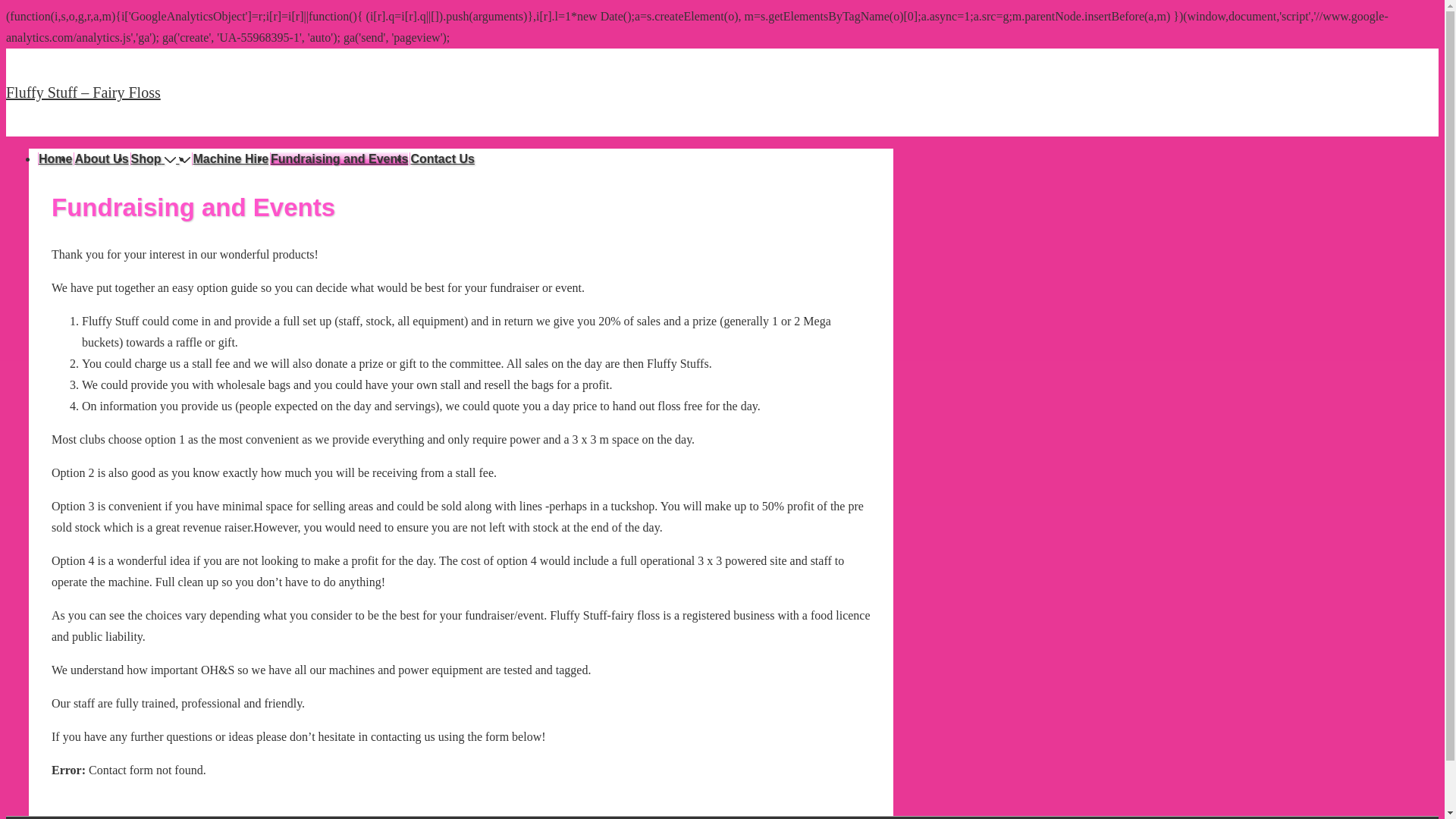 The width and height of the screenshot is (1456, 819). I want to click on 'About Us', so click(72, 158).